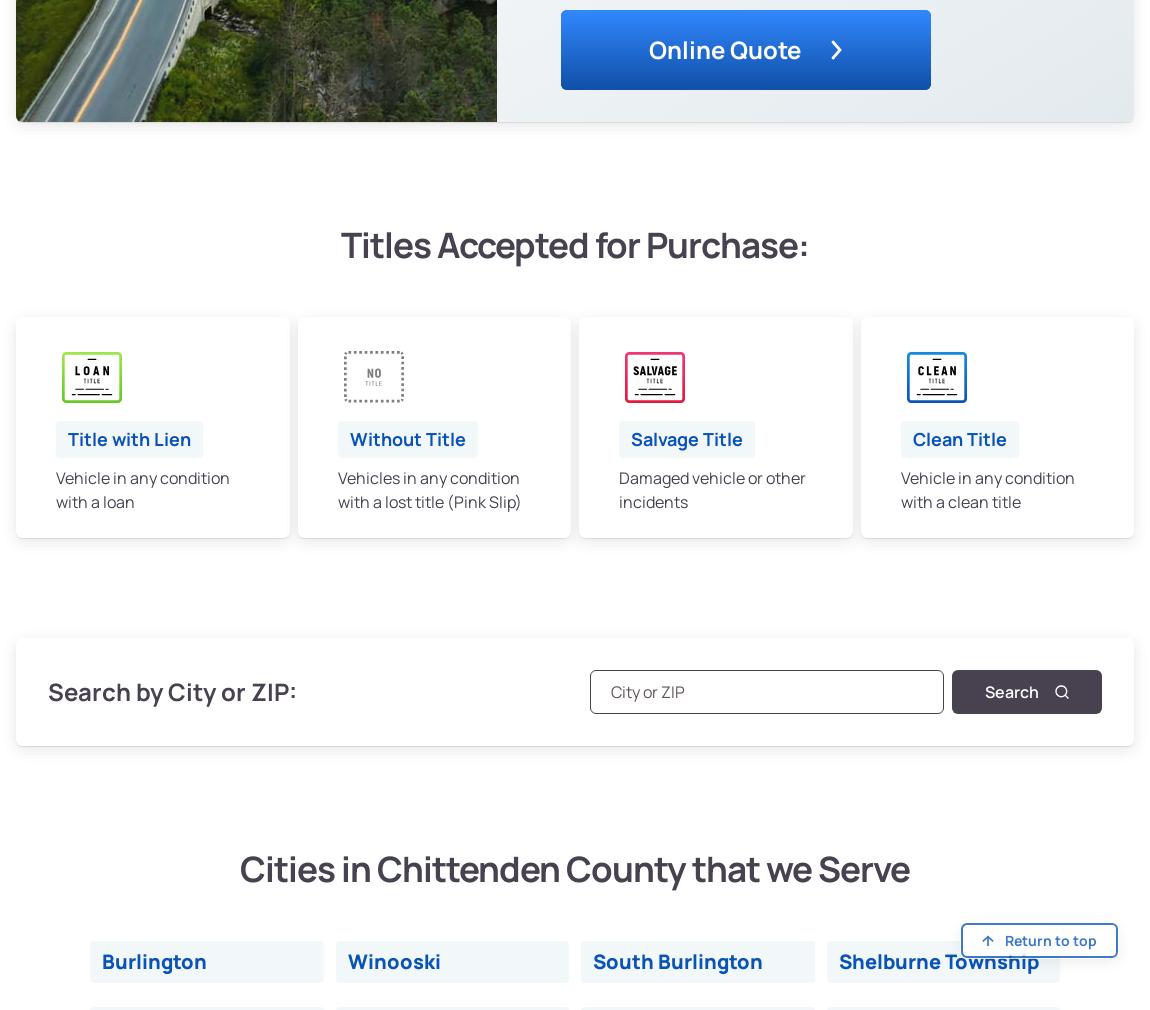  I want to click on 'Vehicle in any condition with a loan', so click(141, 489).